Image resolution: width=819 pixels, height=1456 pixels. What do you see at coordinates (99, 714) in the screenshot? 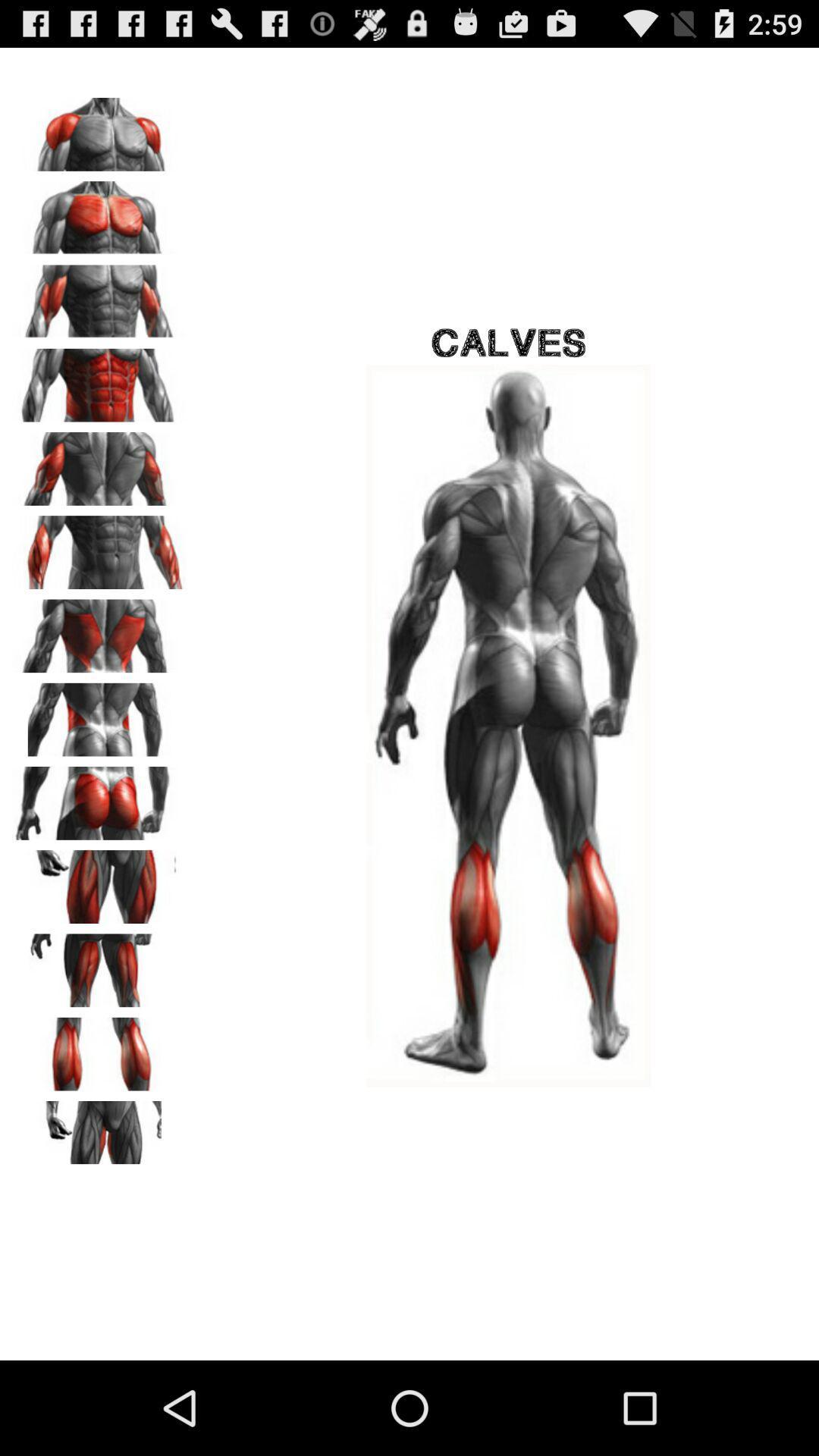
I see `advertisement` at bounding box center [99, 714].